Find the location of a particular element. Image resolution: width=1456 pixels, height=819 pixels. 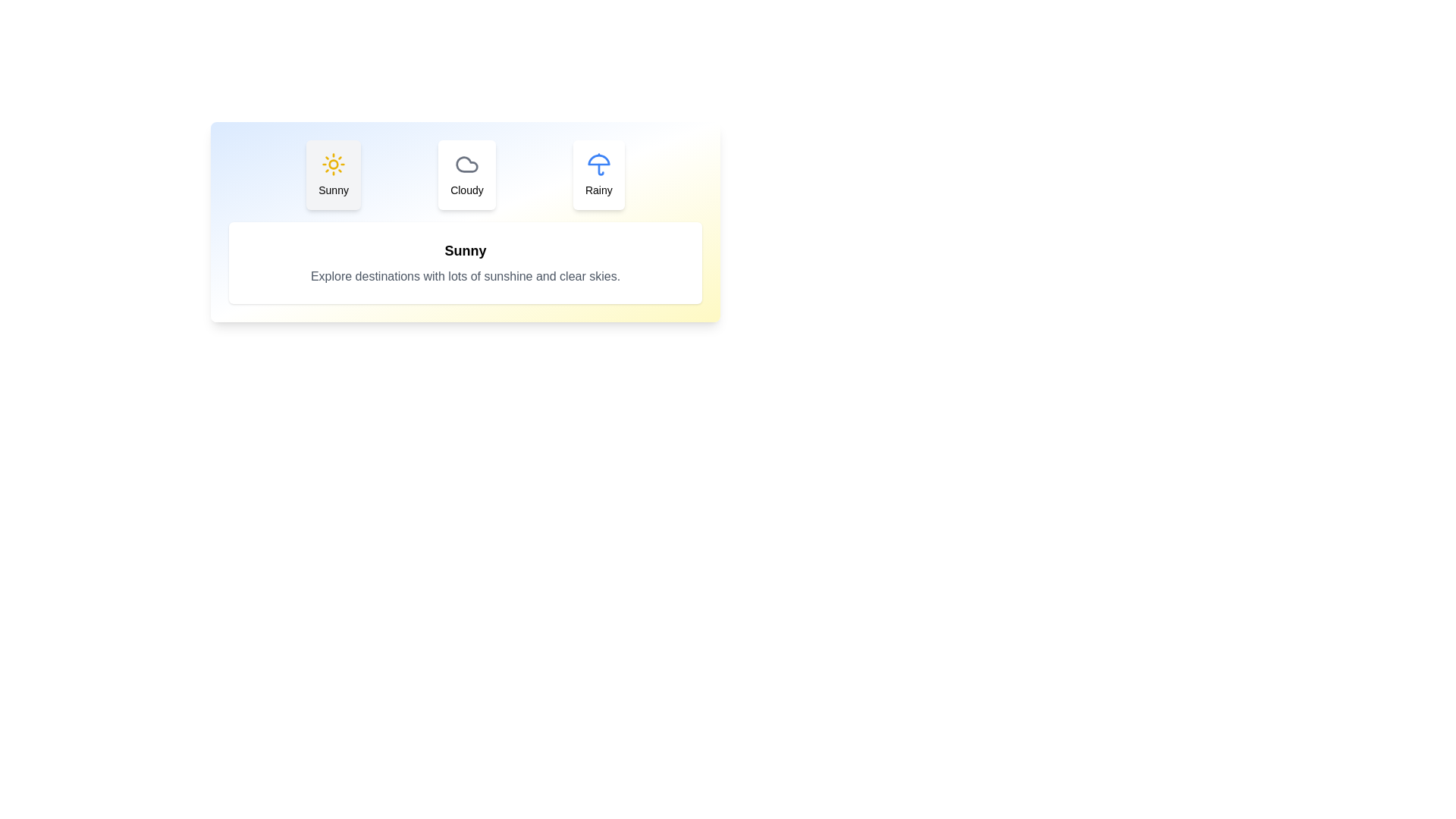

the Rainy button to view its details is located at coordinates (598, 174).